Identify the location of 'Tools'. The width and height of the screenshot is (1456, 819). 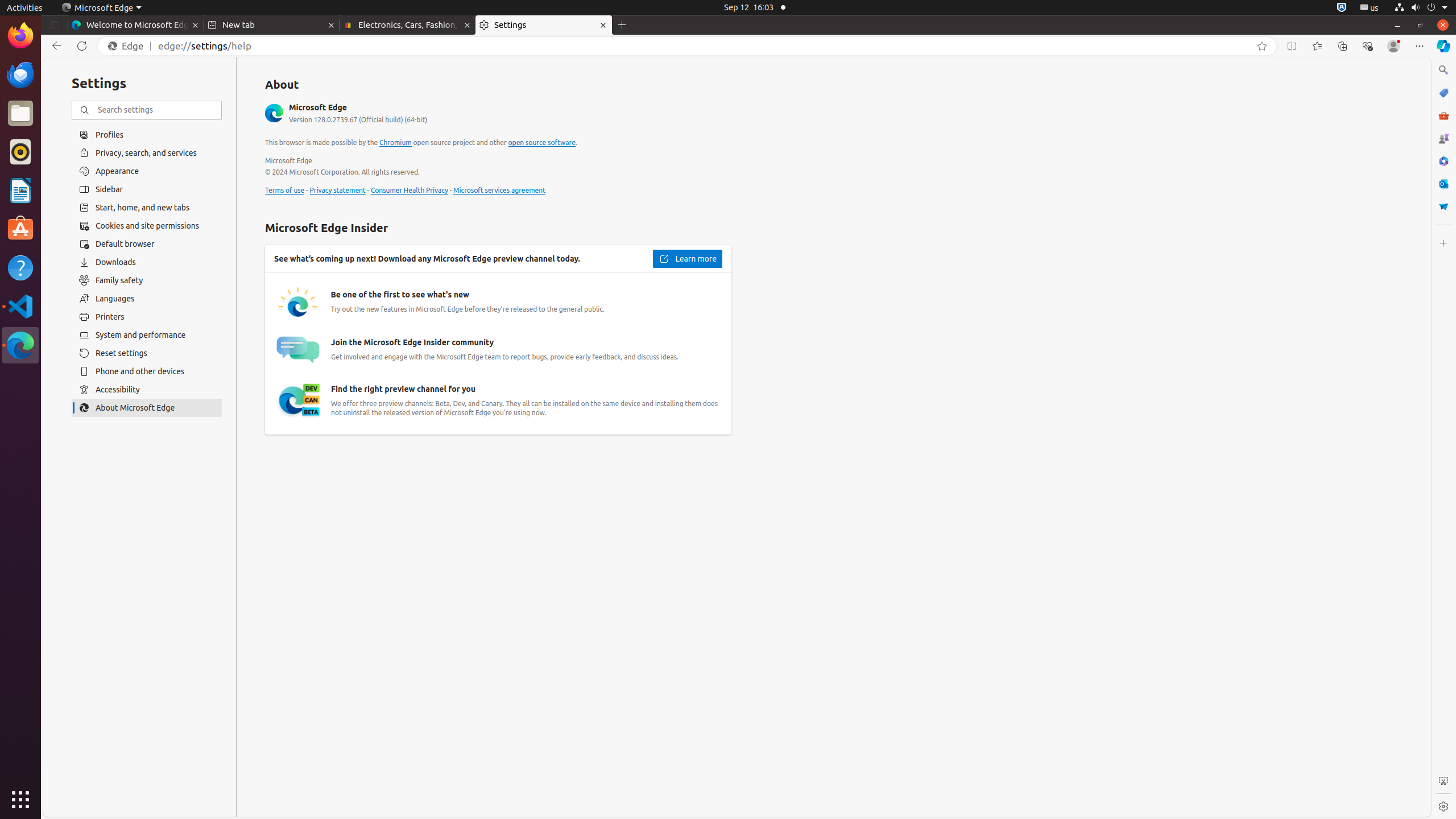
(1442, 115).